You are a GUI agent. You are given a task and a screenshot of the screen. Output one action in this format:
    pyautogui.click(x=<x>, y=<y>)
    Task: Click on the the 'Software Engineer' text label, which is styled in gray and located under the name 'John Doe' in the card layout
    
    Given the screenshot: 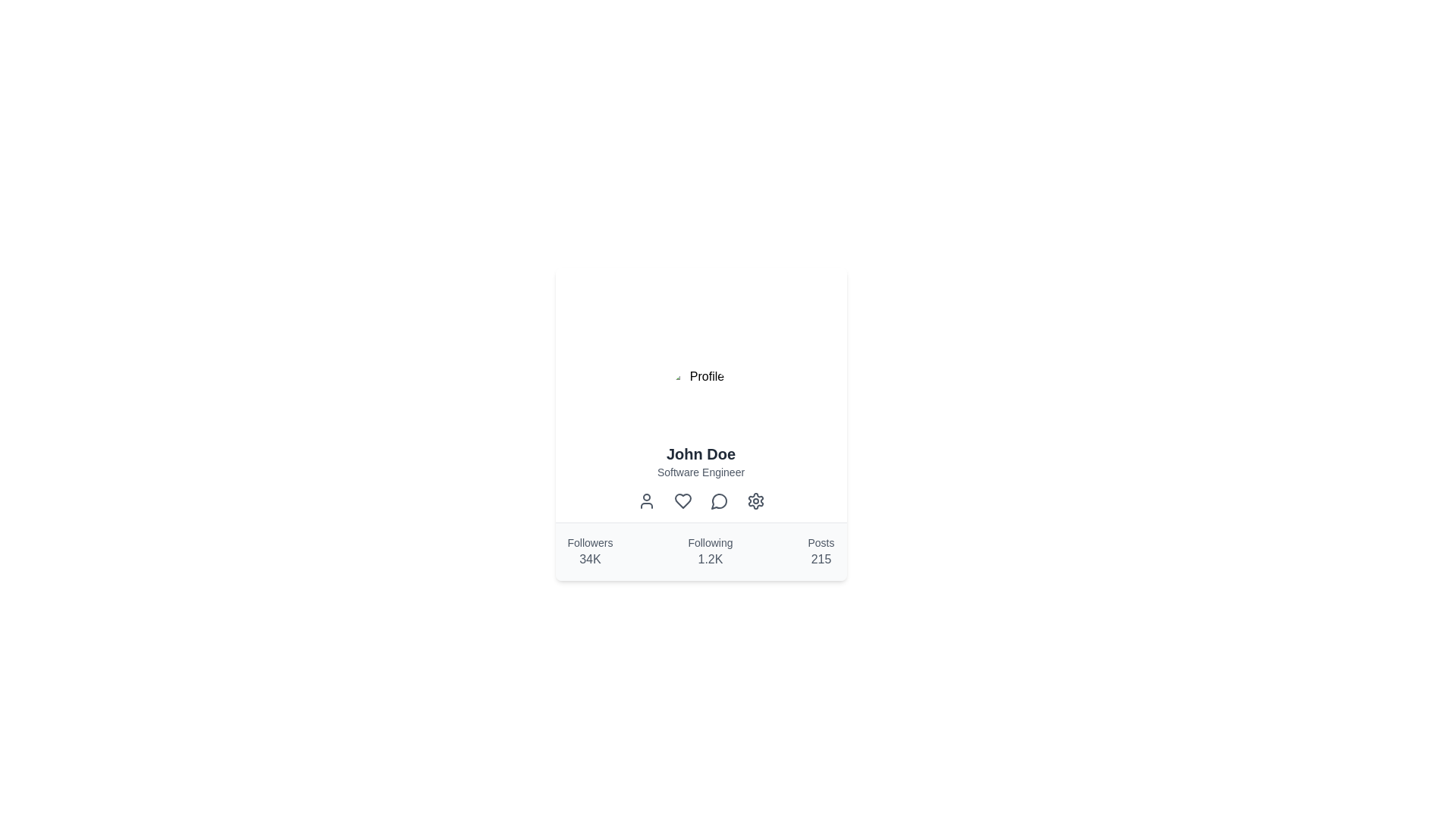 What is the action you would take?
    pyautogui.click(x=700, y=472)
    